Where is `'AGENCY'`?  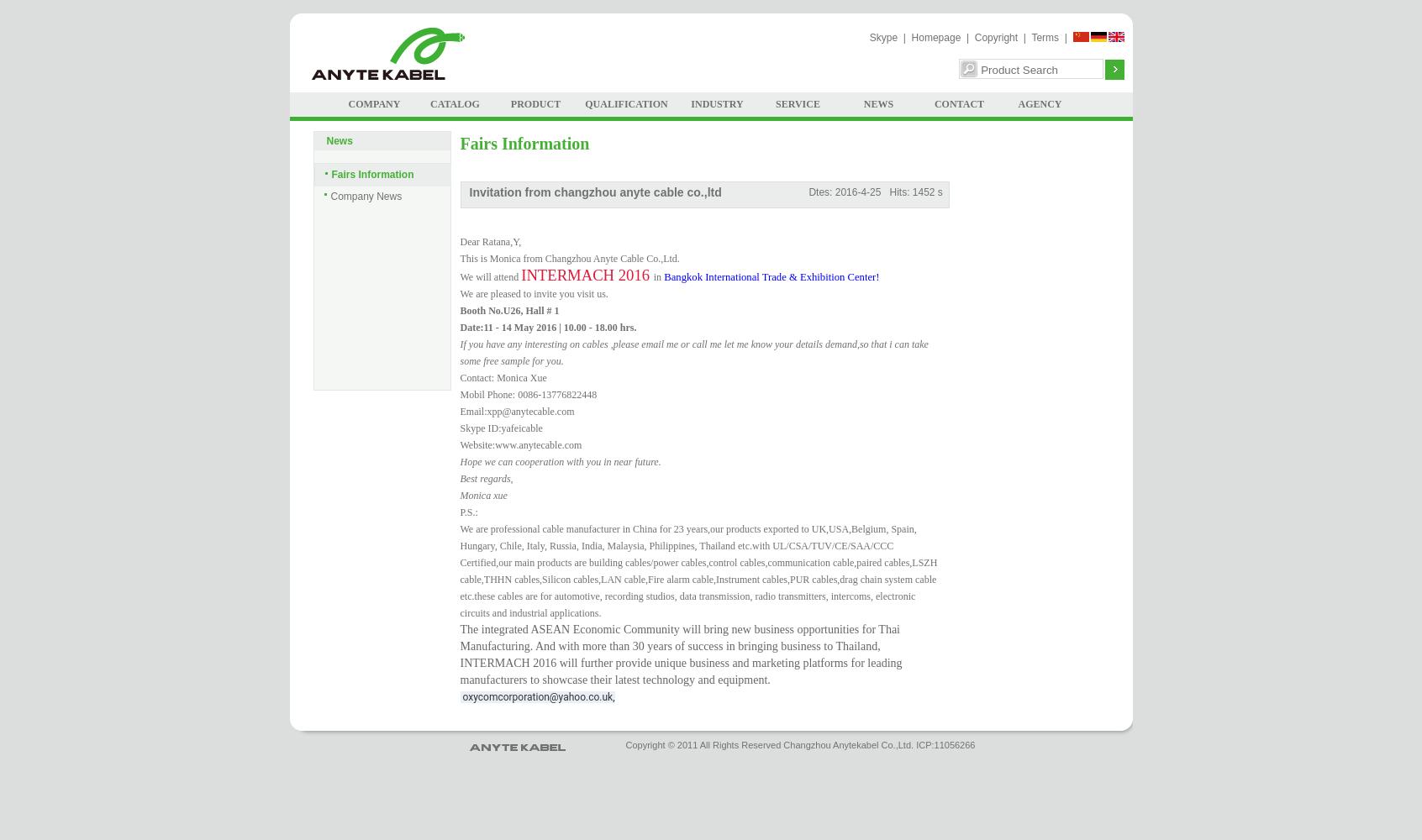 'AGENCY' is located at coordinates (1040, 103).